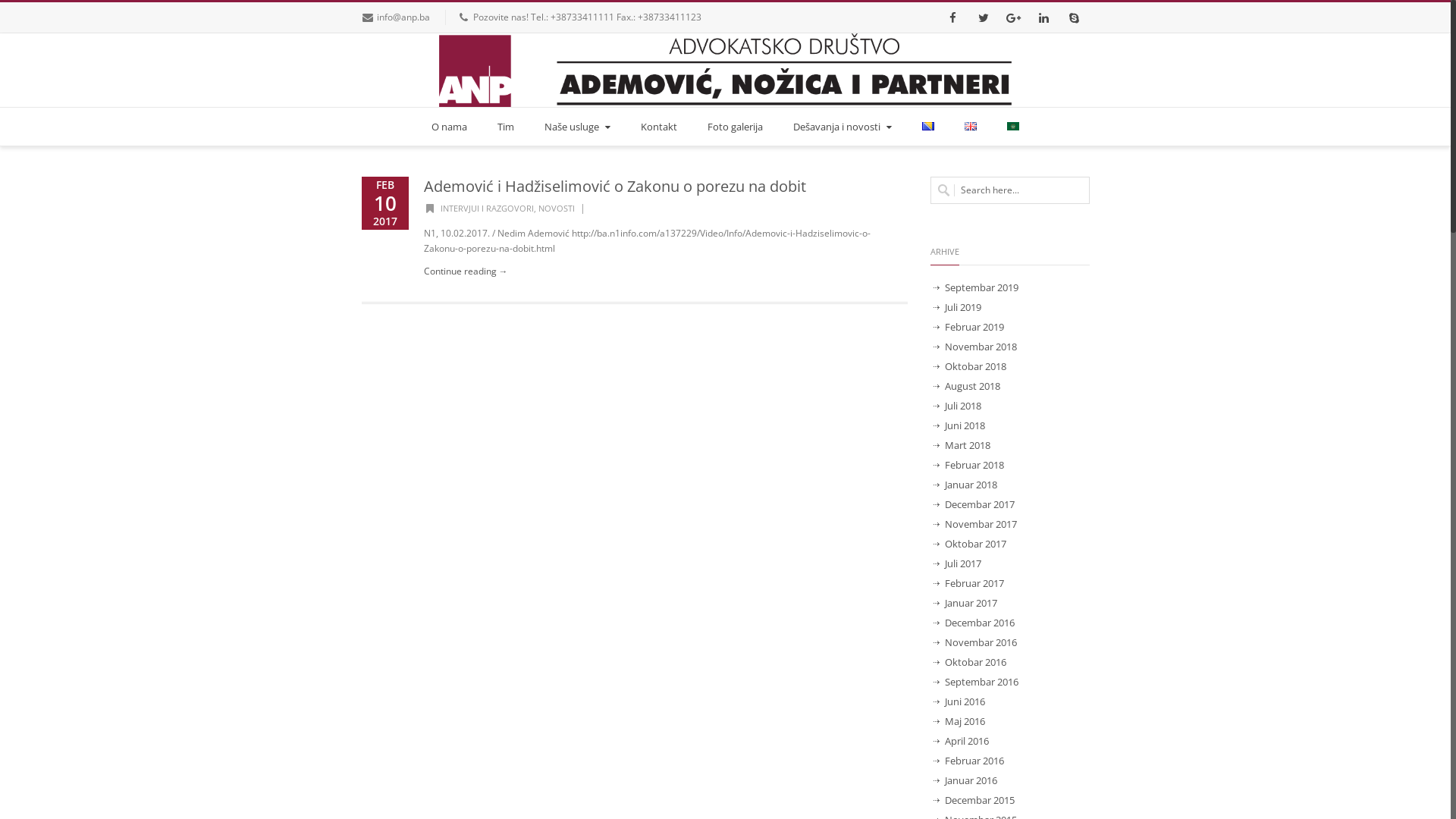 This screenshot has width=1456, height=819. Describe the element at coordinates (959, 425) in the screenshot. I see `'Juni 2018'` at that location.